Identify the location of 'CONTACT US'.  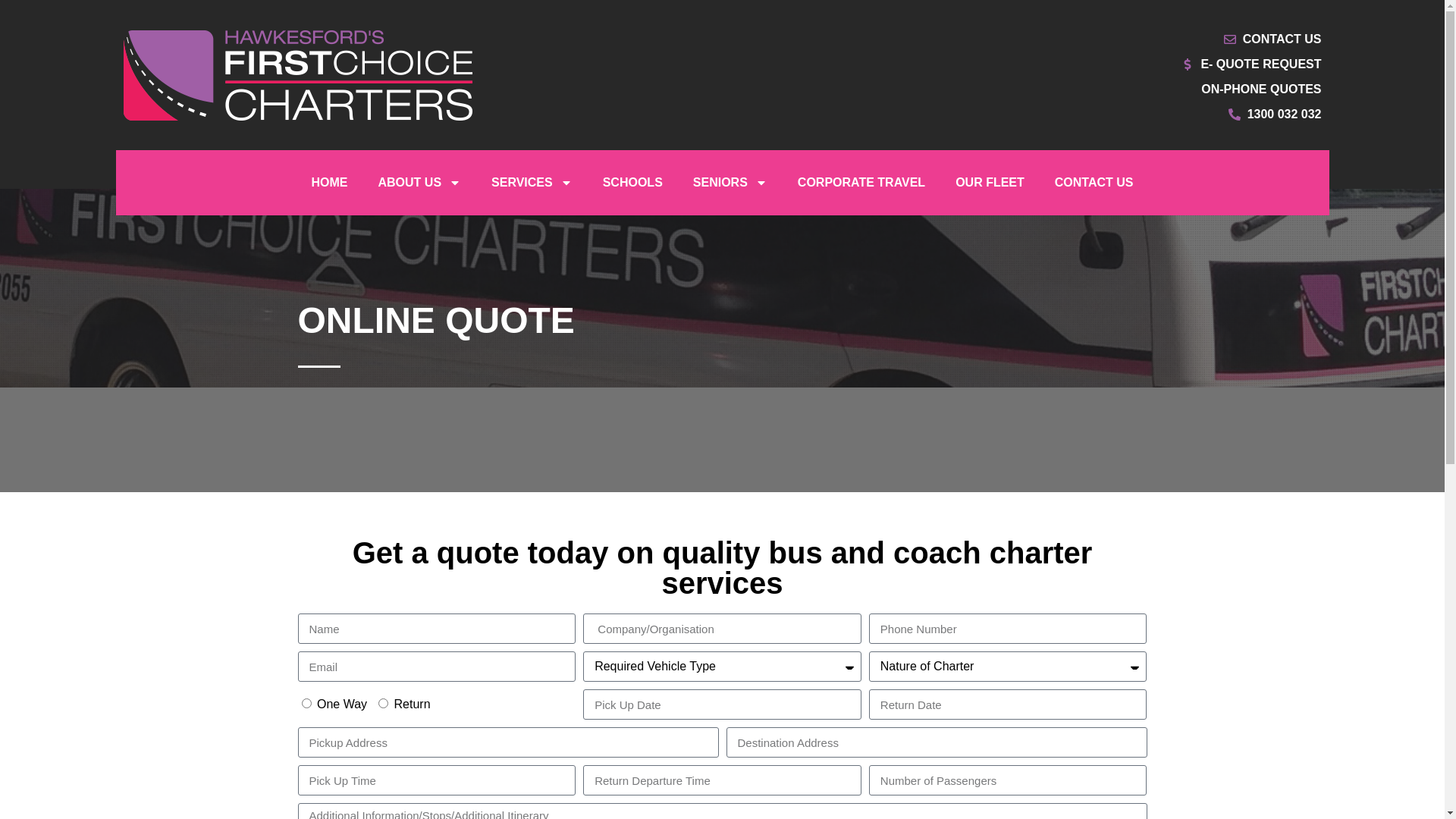
(1094, 181).